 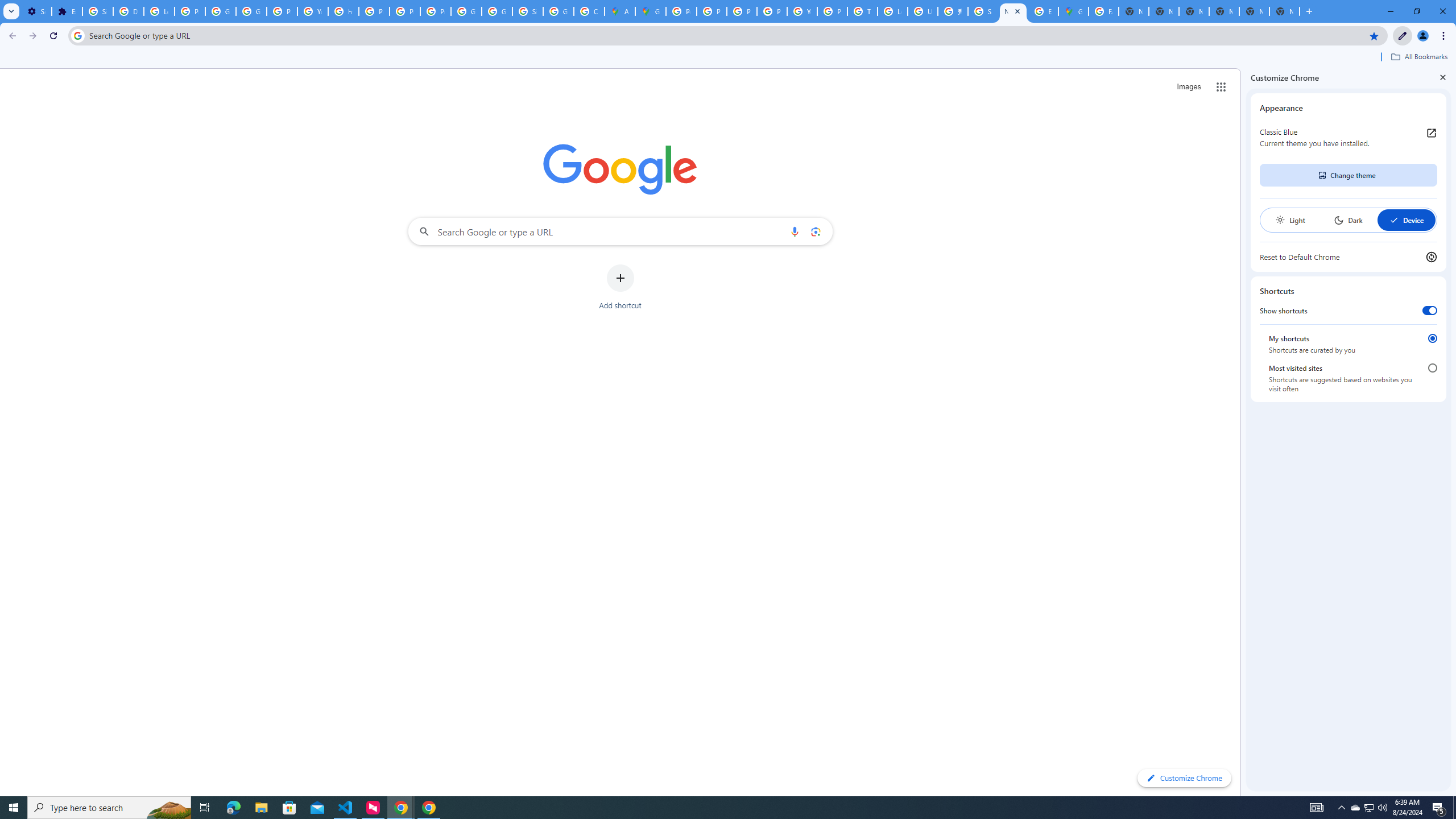 I want to click on 'Privacy Help Center - Policies Help', so click(x=712, y=11).